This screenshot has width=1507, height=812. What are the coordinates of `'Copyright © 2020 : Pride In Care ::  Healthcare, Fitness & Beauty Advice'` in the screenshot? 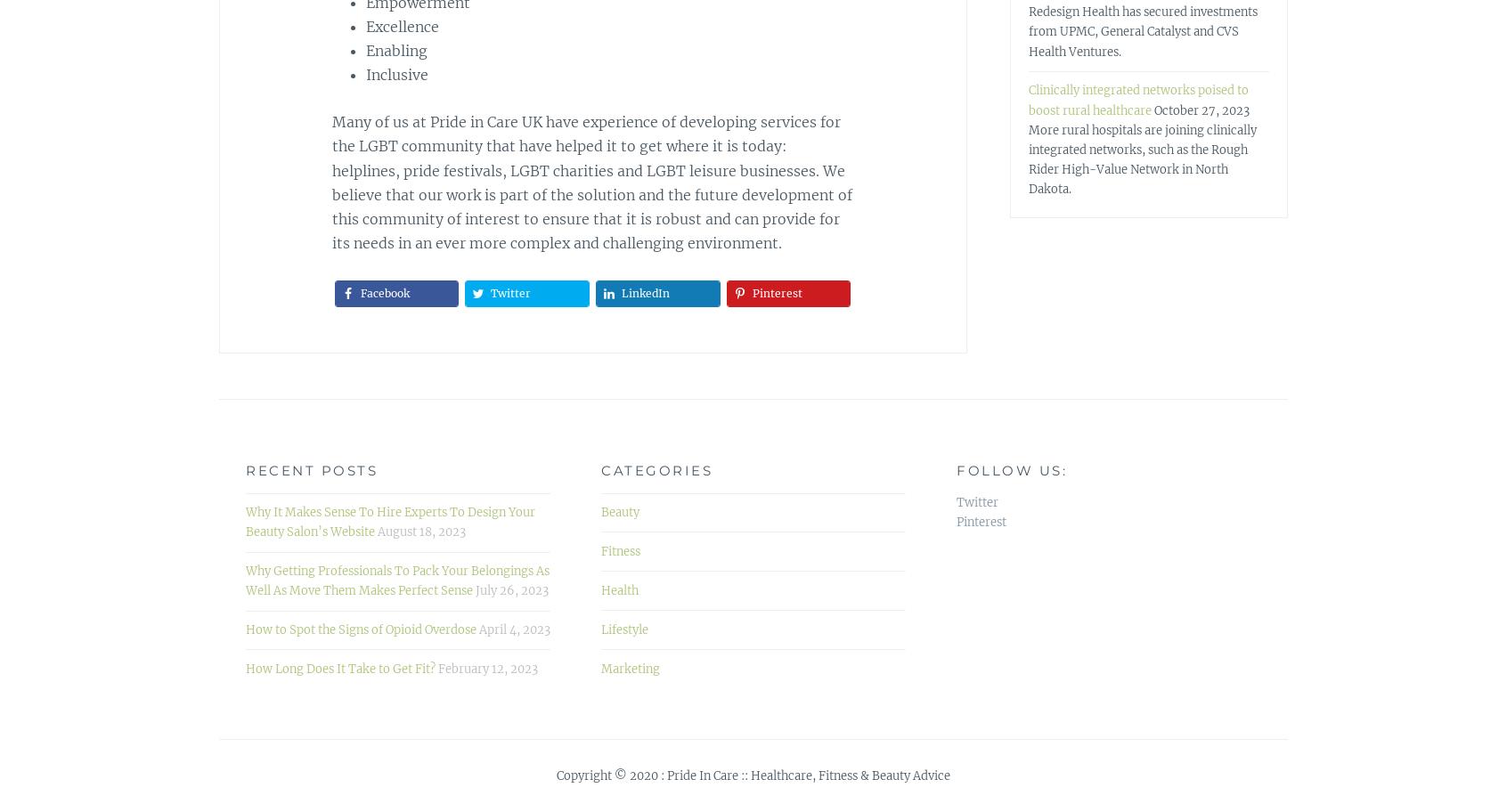 It's located at (753, 775).